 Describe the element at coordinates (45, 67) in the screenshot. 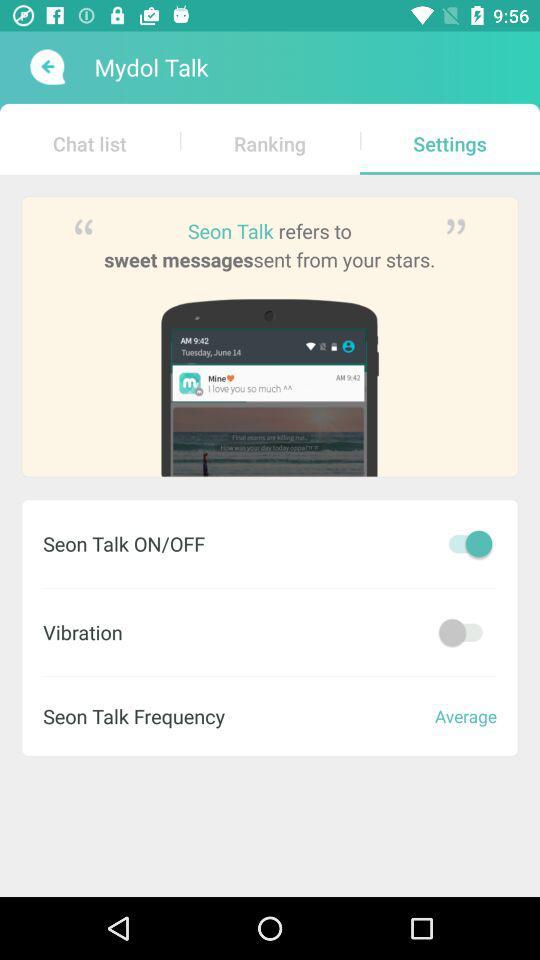

I see `go back` at that location.